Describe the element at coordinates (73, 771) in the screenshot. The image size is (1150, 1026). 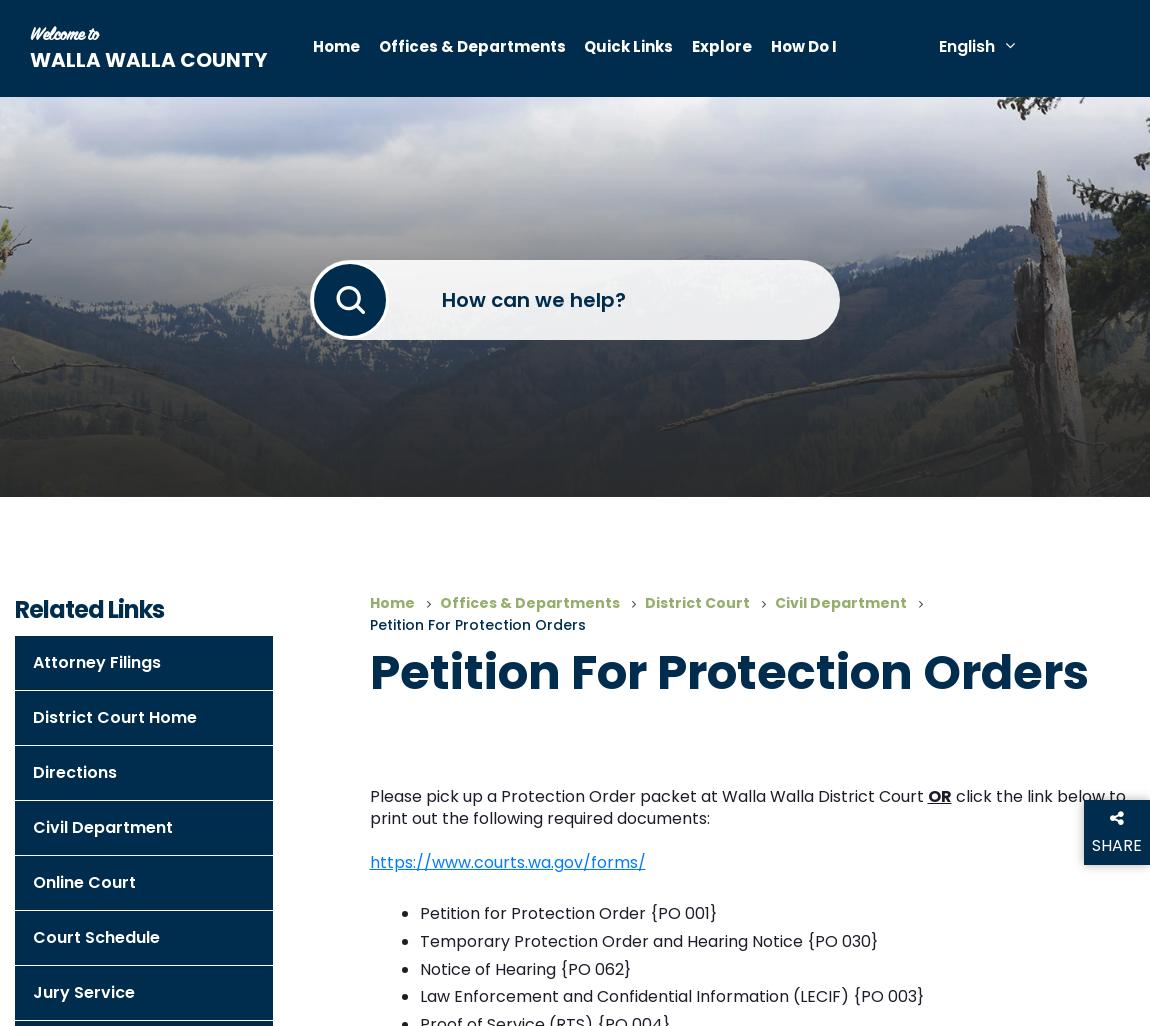
I see `'Directions'` at that location.